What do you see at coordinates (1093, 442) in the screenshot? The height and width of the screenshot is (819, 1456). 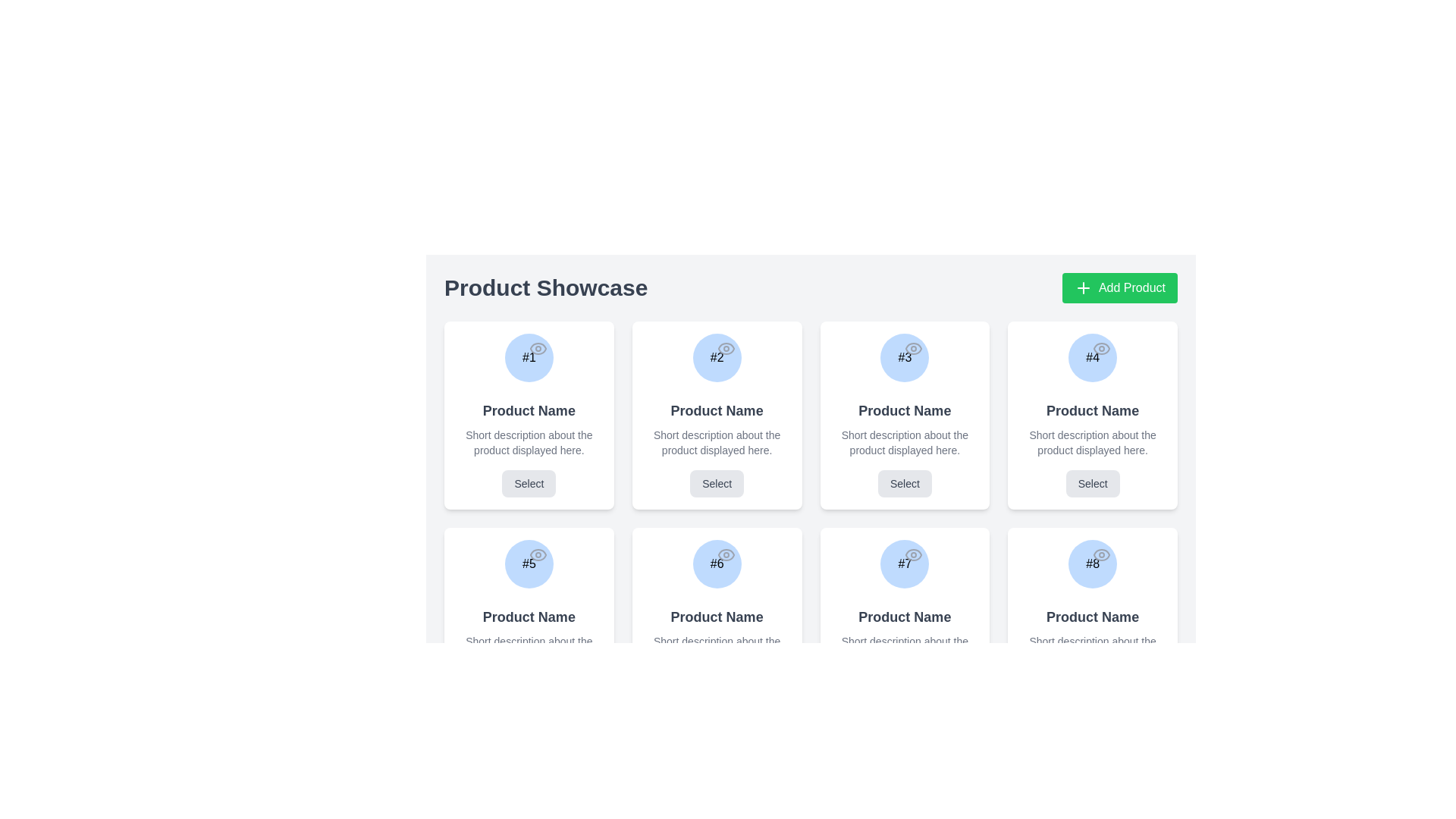 I see `the text label that describes the product details, located in the fourth product card, below the 'Product Name' and above the 'Select' button` at bounding box center [1093, 442].